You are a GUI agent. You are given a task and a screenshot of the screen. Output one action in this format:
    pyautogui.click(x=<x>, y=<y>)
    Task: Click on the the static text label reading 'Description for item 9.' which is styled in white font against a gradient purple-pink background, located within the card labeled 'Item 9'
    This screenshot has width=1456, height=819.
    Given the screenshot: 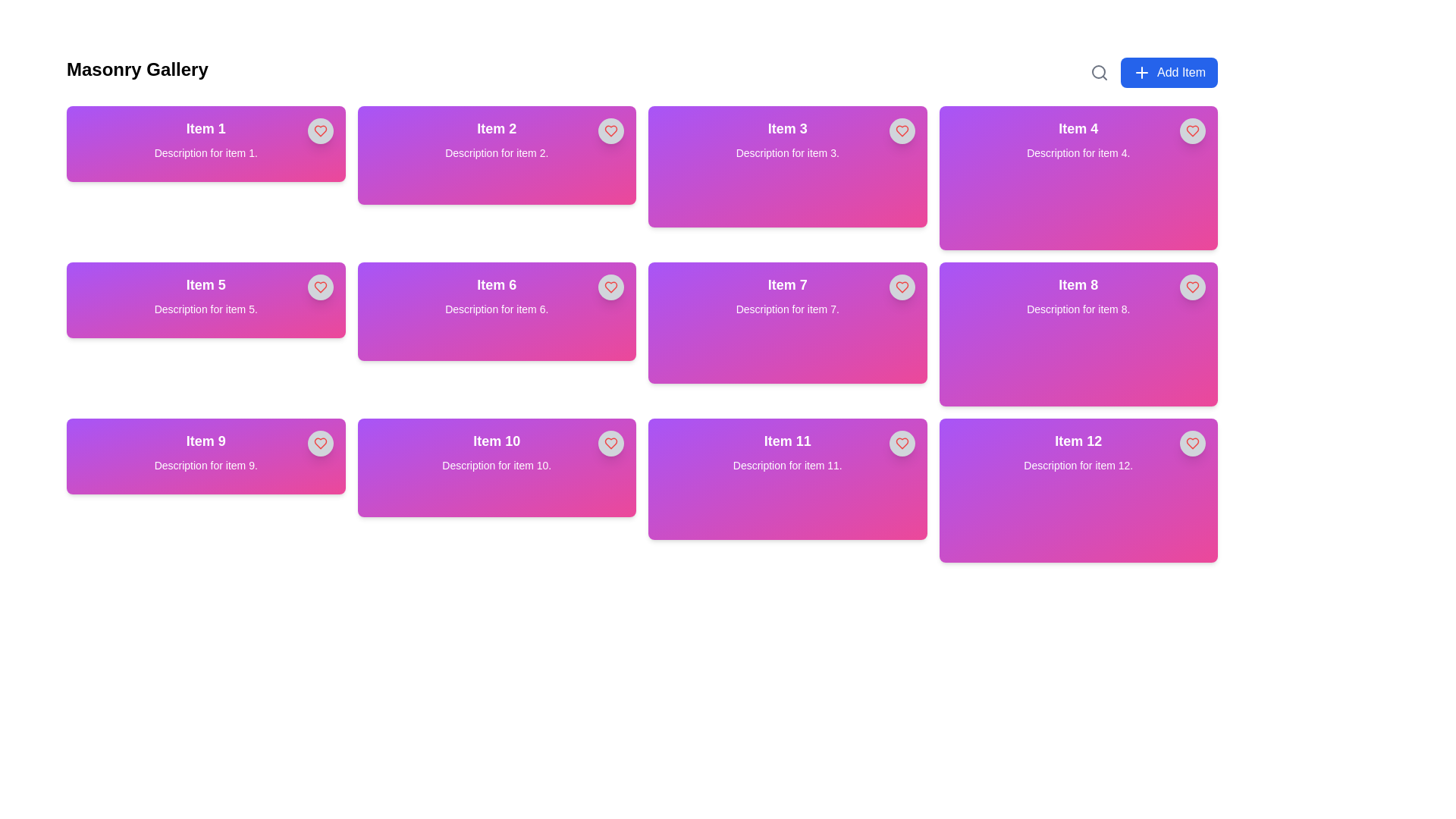 What is the action you would take?
    pyautogui.click(x=205, y=464)
    